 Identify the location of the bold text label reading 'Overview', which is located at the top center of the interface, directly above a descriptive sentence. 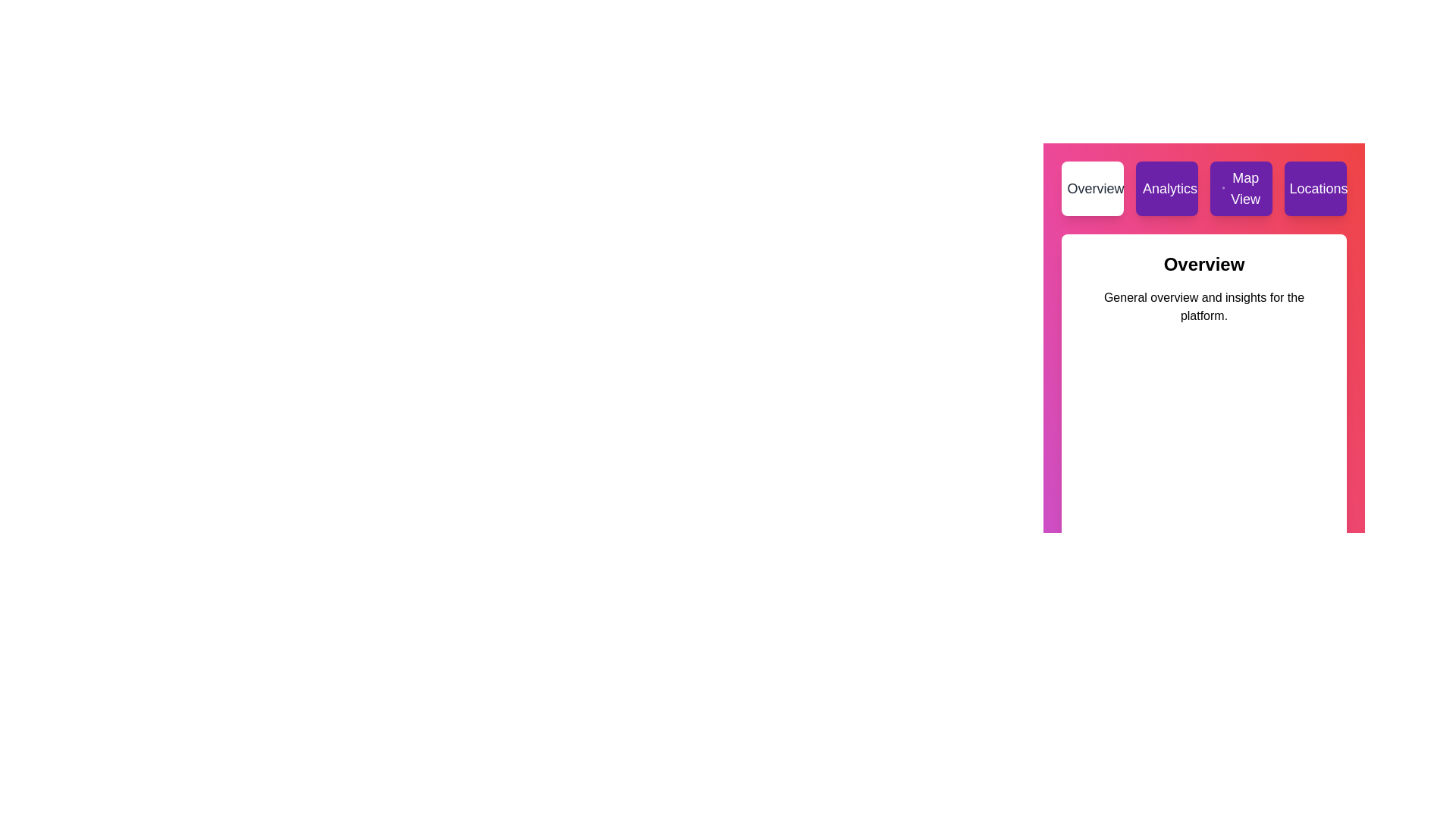
(1203, 263).